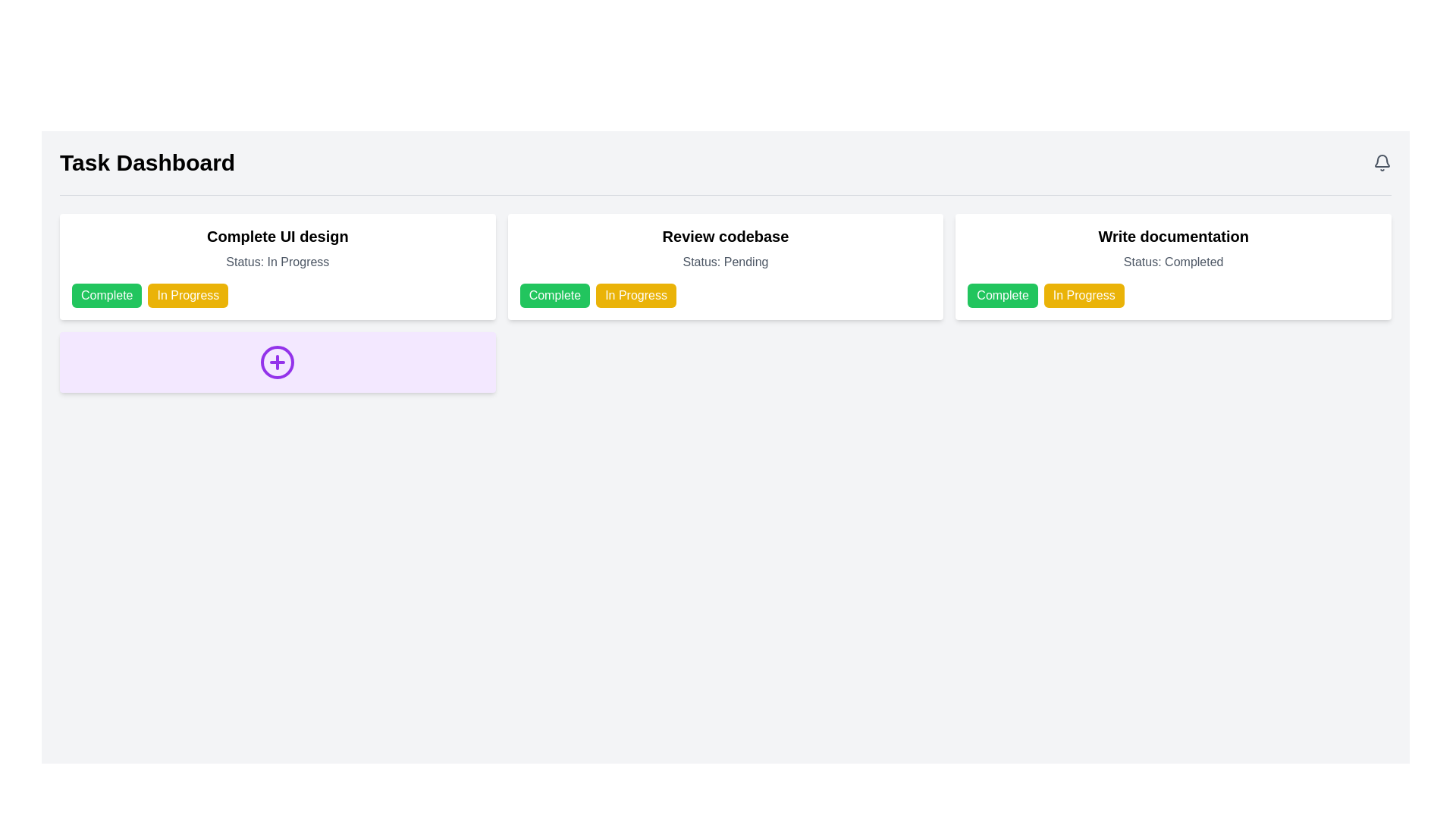  I want to click on the 'In Progress' button, which is a rectangular button with a vibrant yellow background and white text, located to the right of the 'Complete' button in a flex layout below the 'Review codebase' card, so click(636, 295).